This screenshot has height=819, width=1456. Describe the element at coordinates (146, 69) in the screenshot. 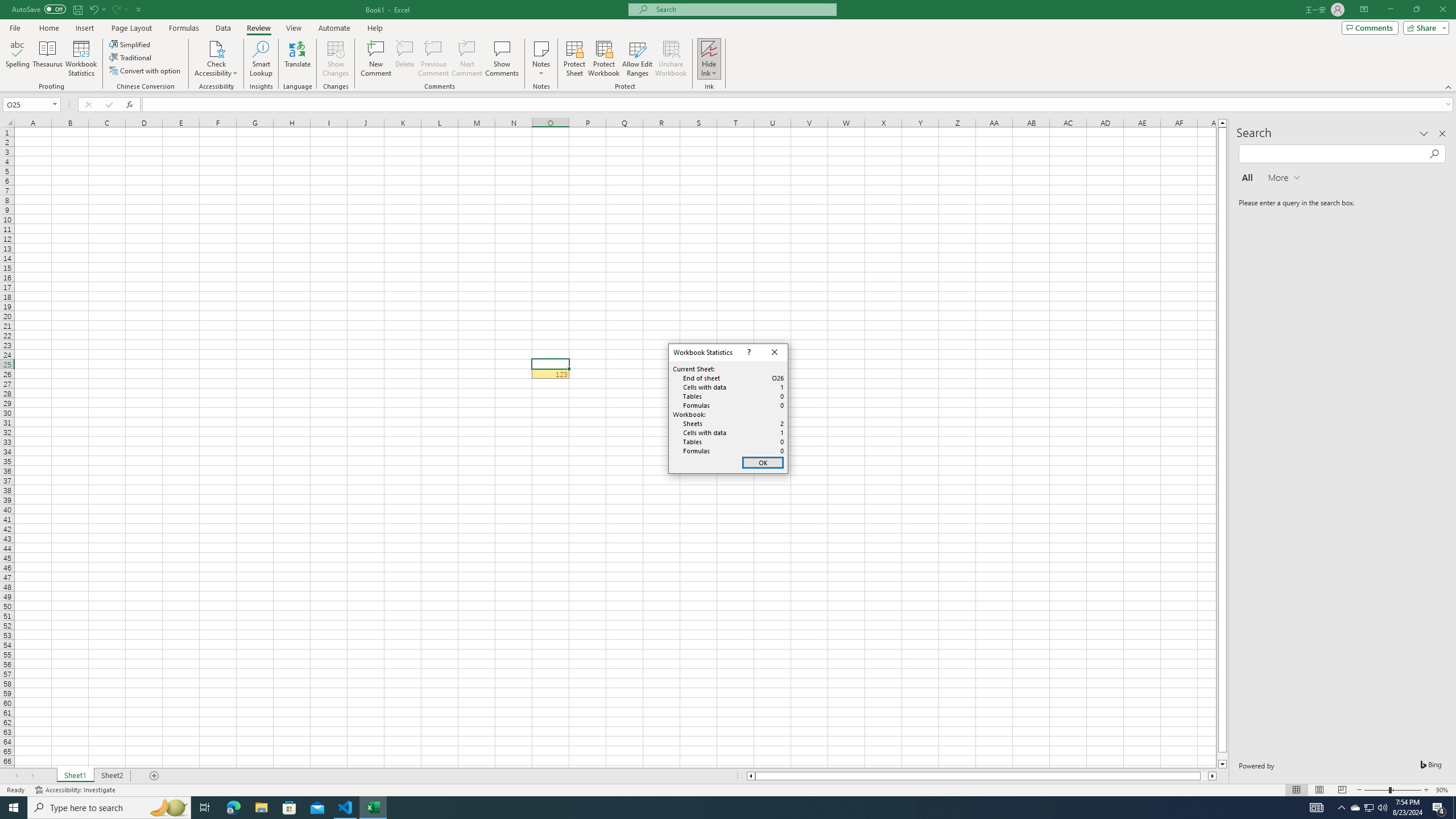

I see `'Convert with option'` at that location.